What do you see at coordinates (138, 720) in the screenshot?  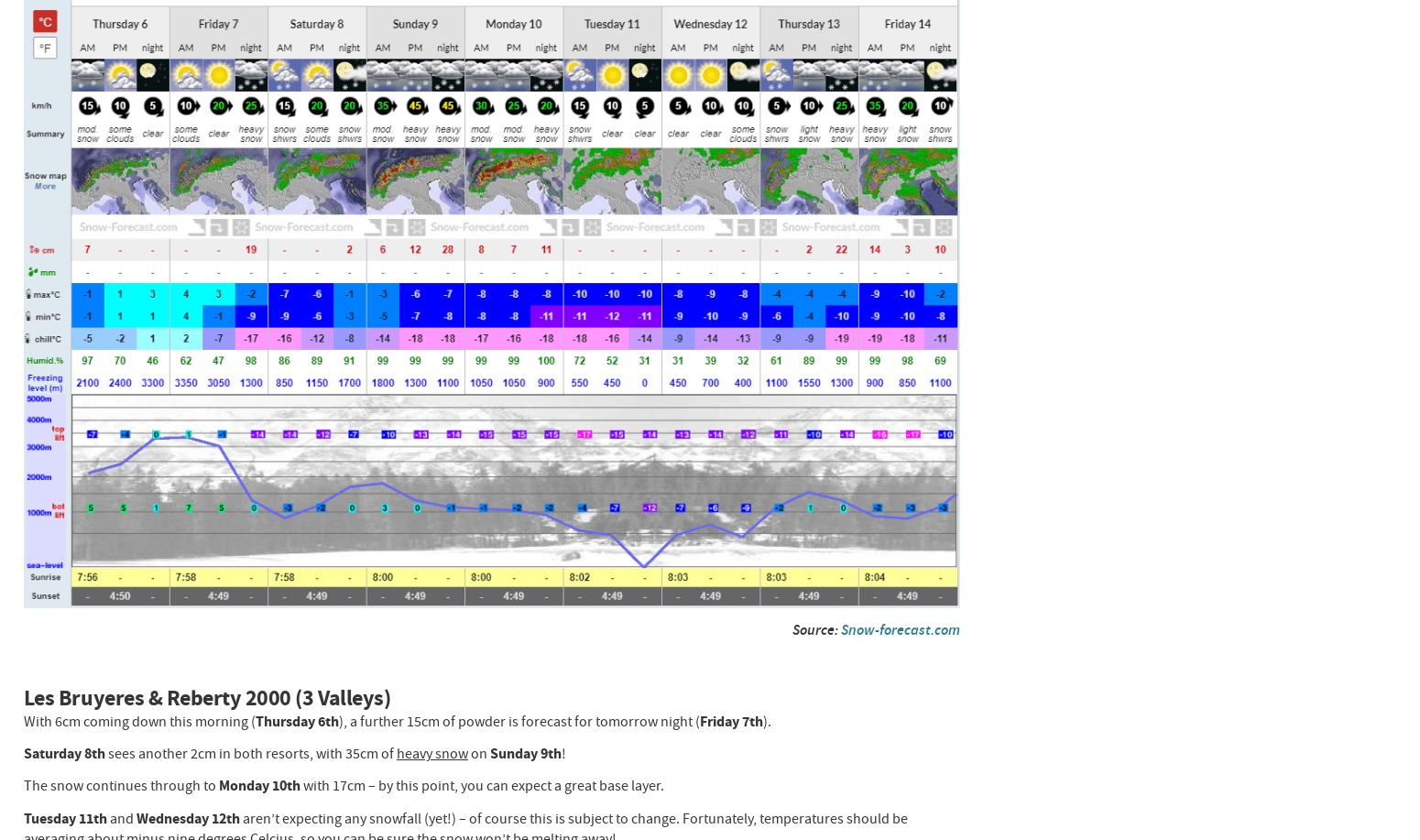 I see `'With 6cm coming down this morning ('` at bounding box center [138, 720].